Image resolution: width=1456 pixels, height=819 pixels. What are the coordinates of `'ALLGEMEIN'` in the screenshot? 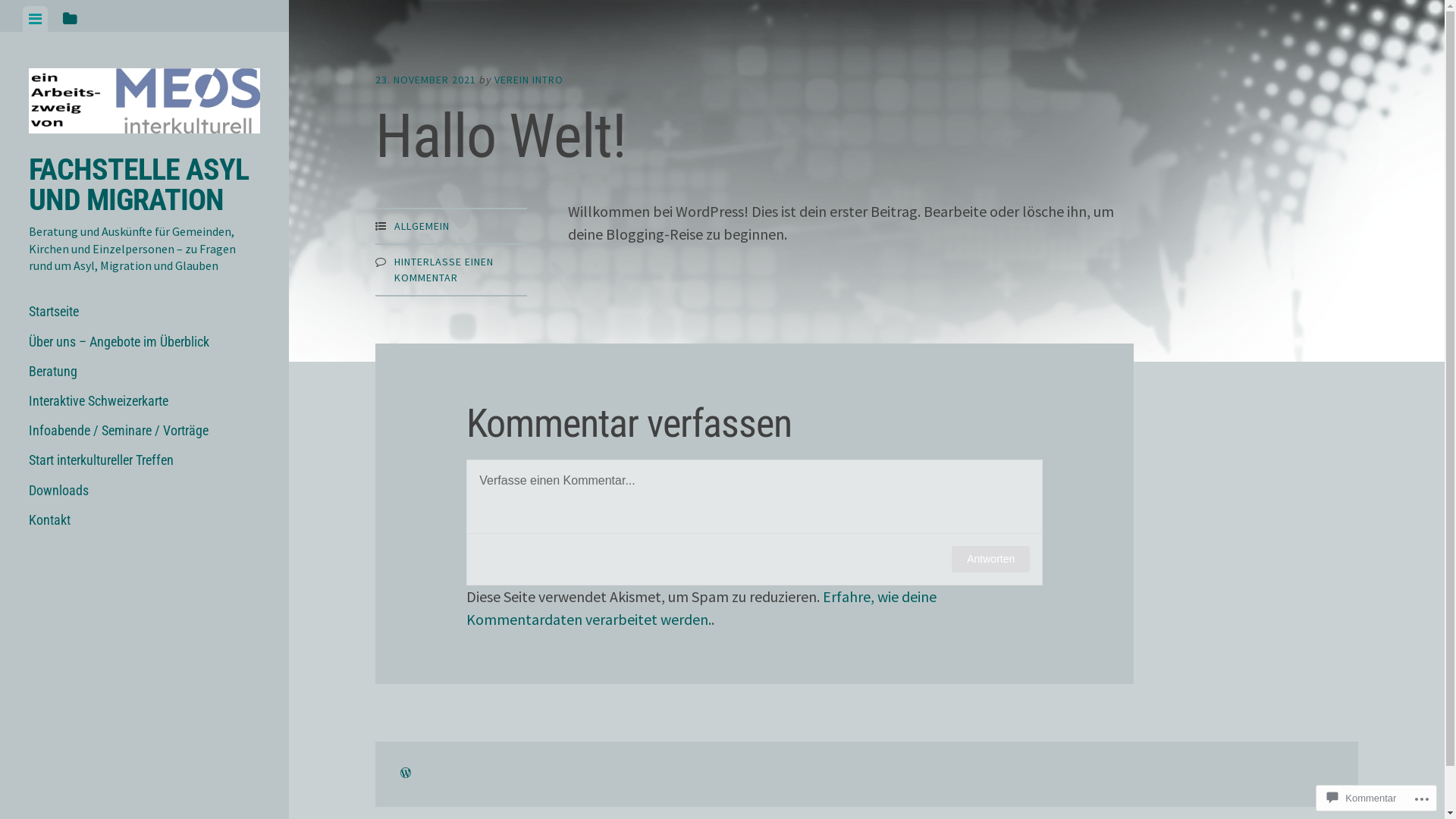 It's located at (422, 225).